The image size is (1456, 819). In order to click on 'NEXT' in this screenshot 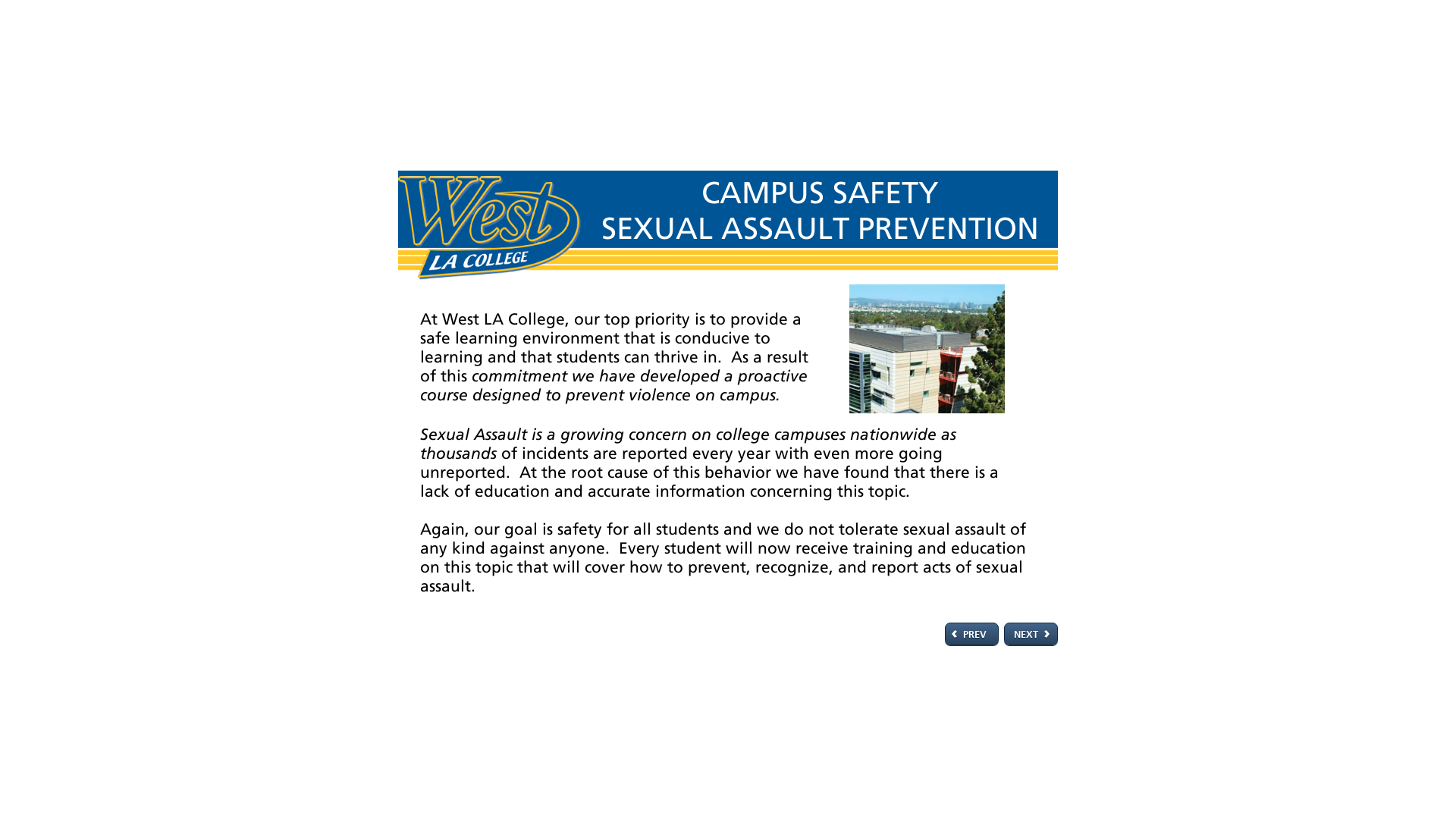, I will do `click(1031, 634)`.